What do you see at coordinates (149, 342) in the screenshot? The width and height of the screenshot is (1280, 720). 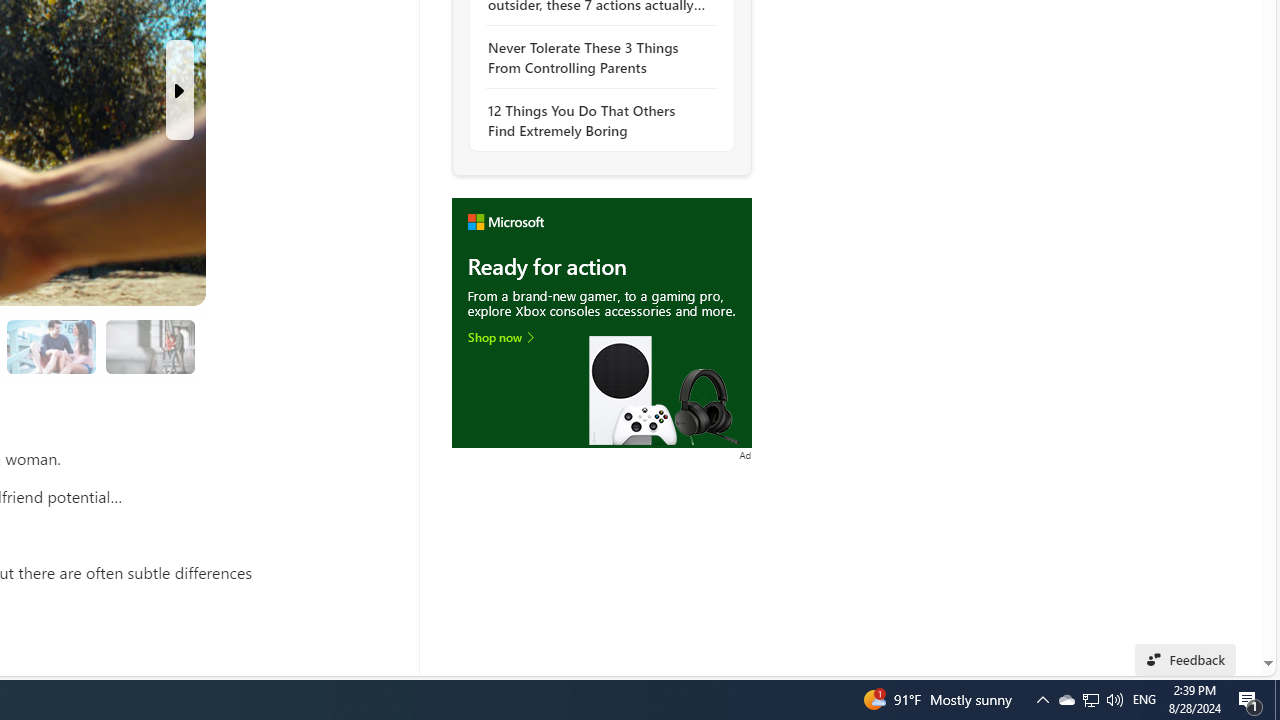 I see `'Class: progress'` at bounding box center [149, 342].